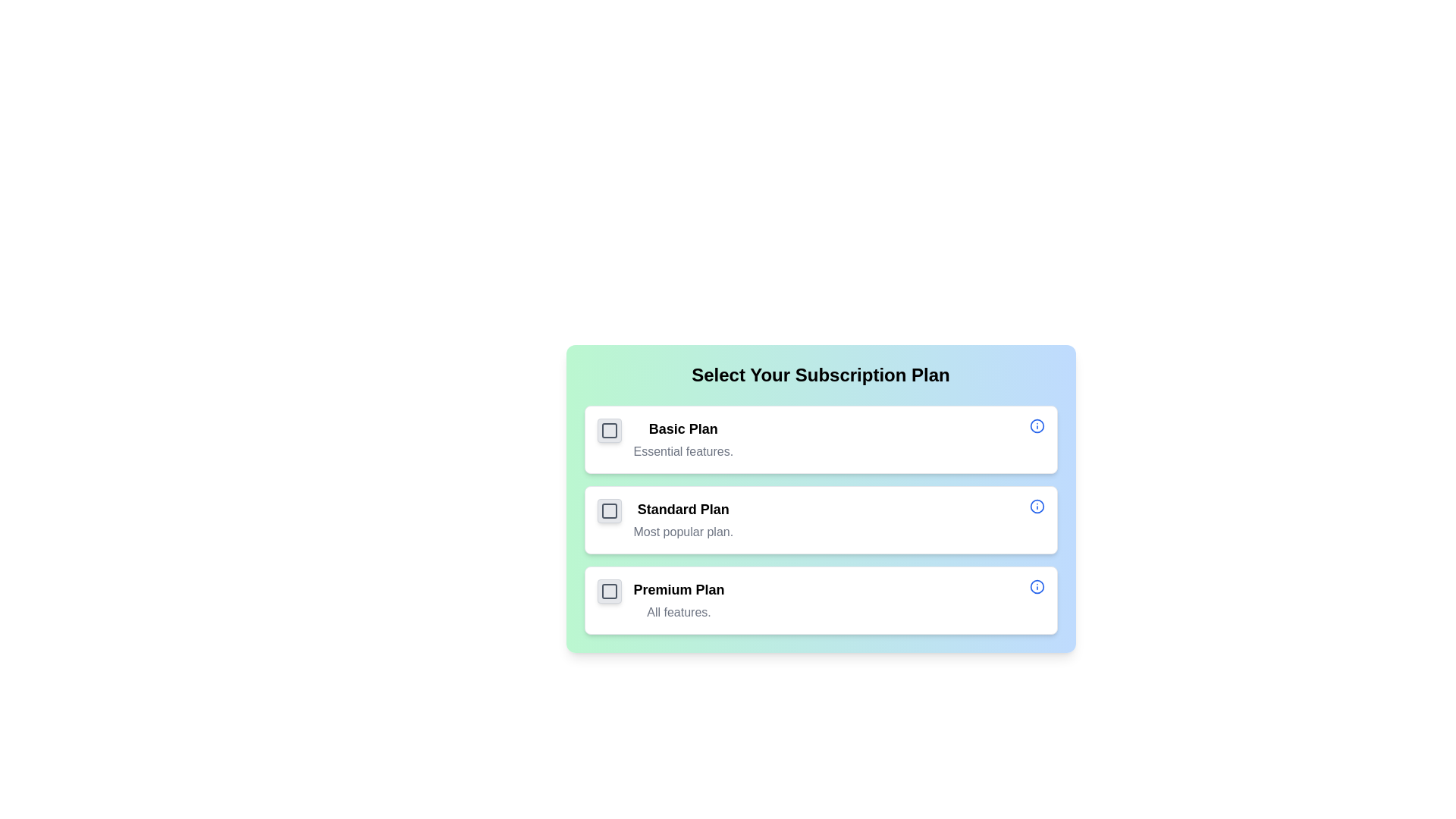 Image resolution: width=1456 pixels, height=819 pixels. I want to click on the checkbox for the 'Basic Plan' subscription option, which is the first item in the vertical list of subscription plans, so click(820, 439).